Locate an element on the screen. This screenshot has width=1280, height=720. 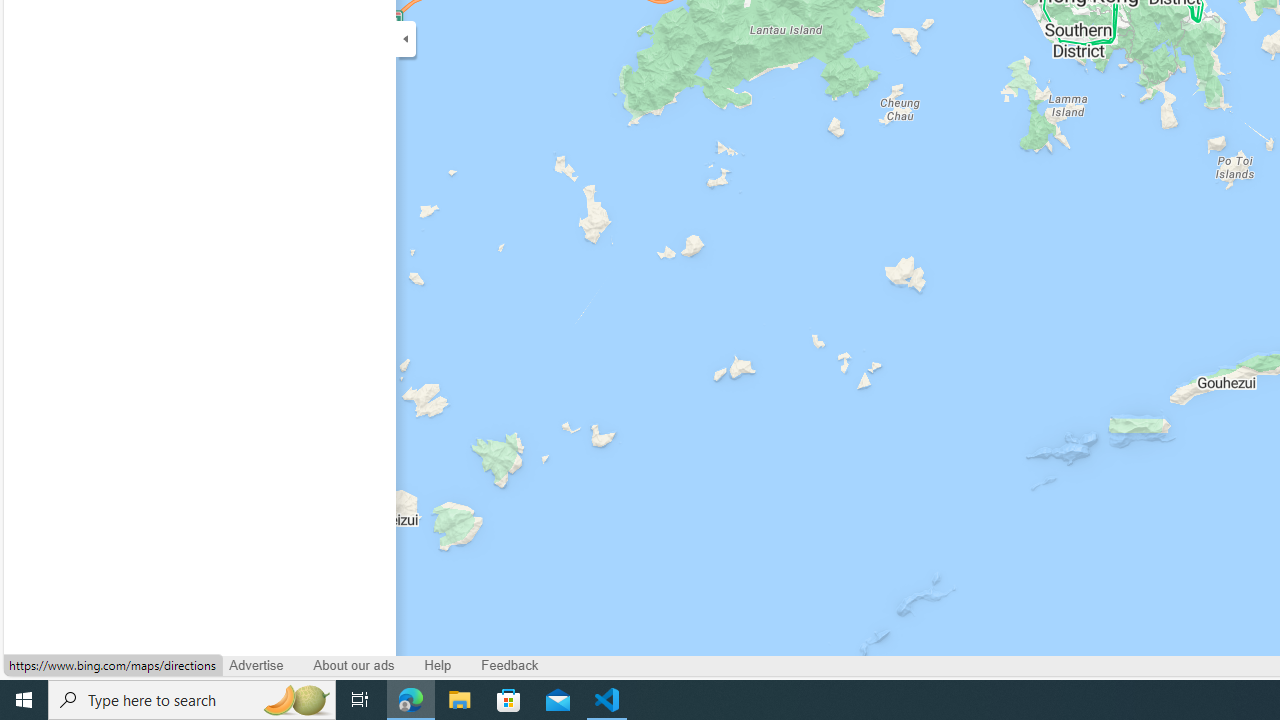
'About our ads' is located at coordinates (354, 665).